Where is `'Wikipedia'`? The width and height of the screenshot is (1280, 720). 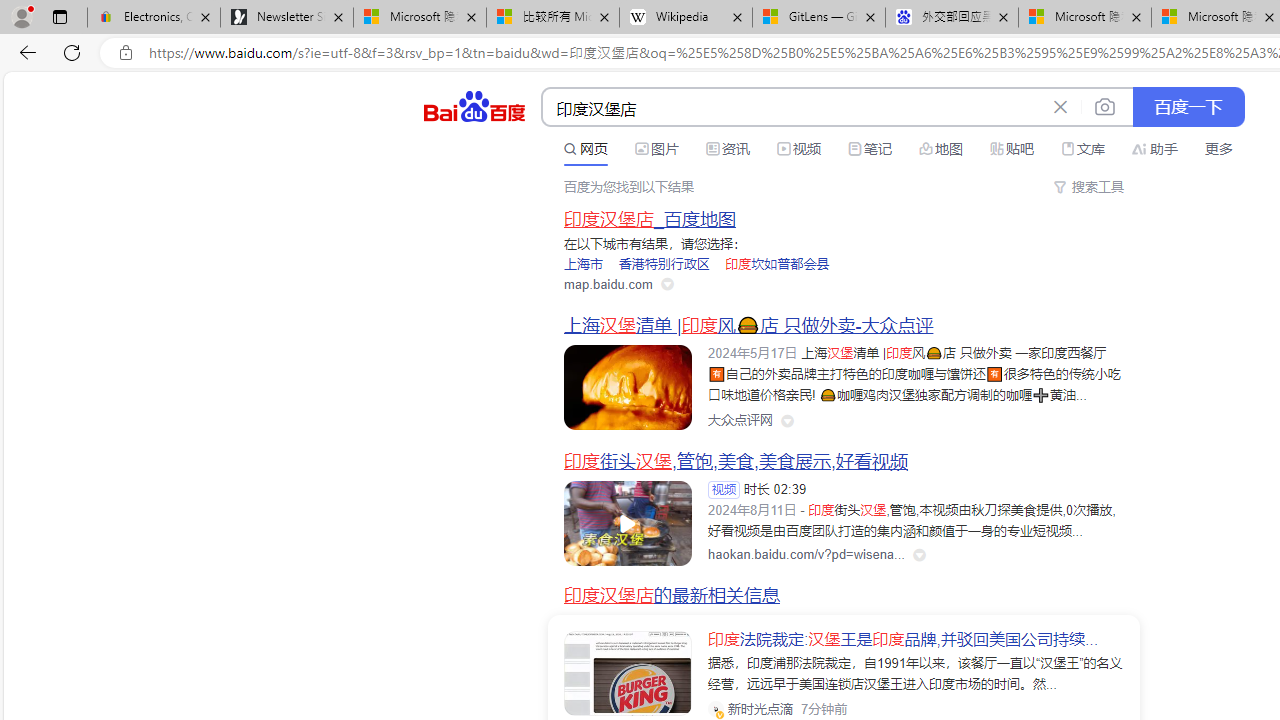
'Wikipedia' is located at coordinates (686, 17).